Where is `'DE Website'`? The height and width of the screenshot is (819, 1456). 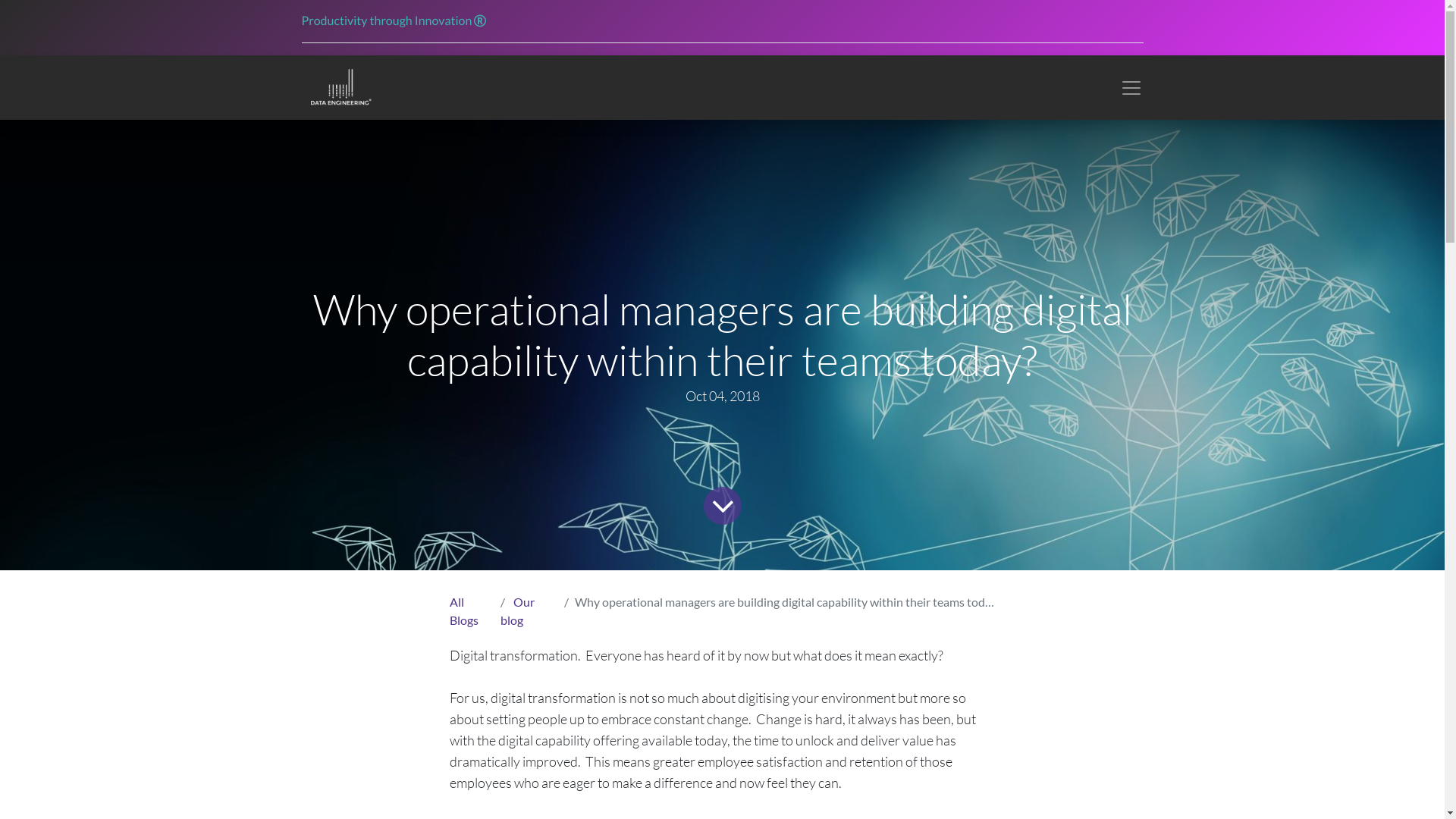 'DE Website' is located at coordinates (338, 87).